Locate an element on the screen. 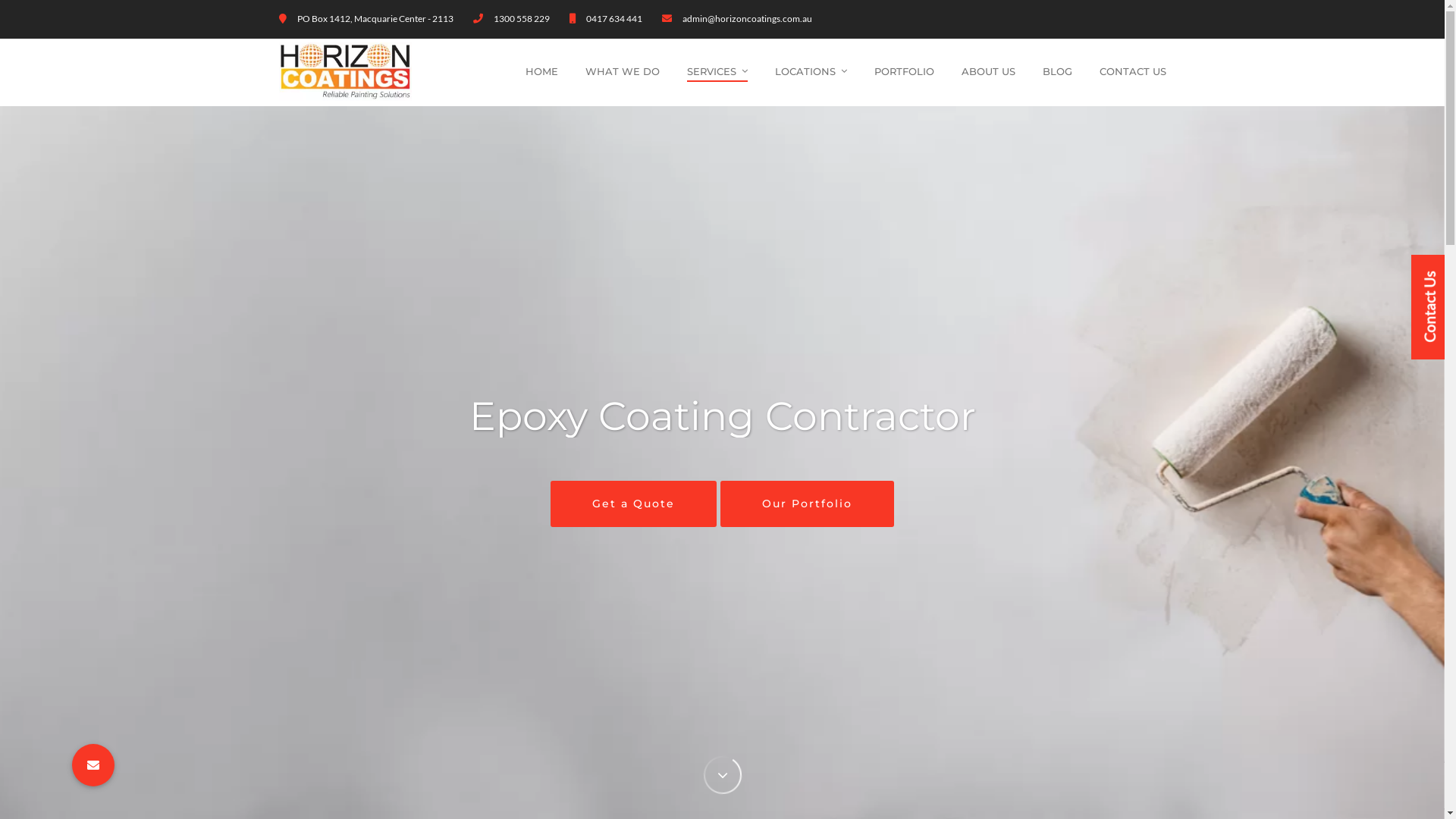 This screenshot has height=819, width=1456. 'Our Portfolio' is located at coordinates (806, 503).